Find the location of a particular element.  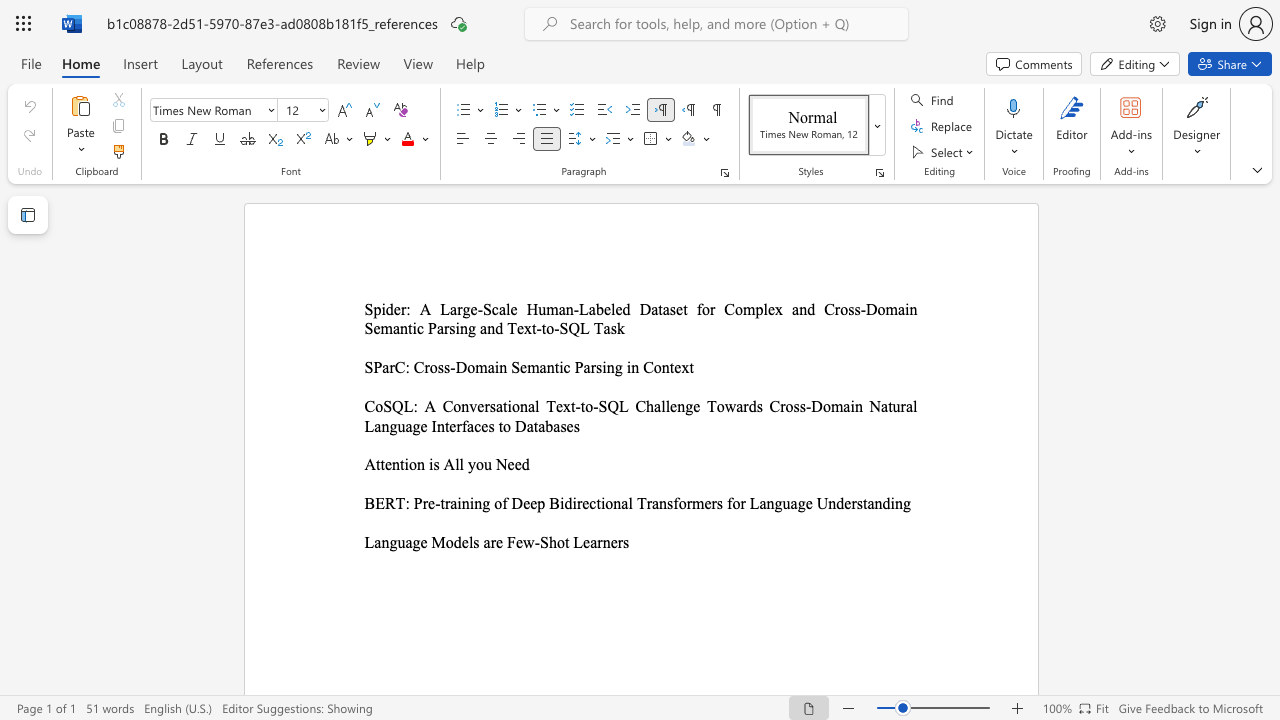

the 1th character "L" in the text is located at coordinates (369, 542).